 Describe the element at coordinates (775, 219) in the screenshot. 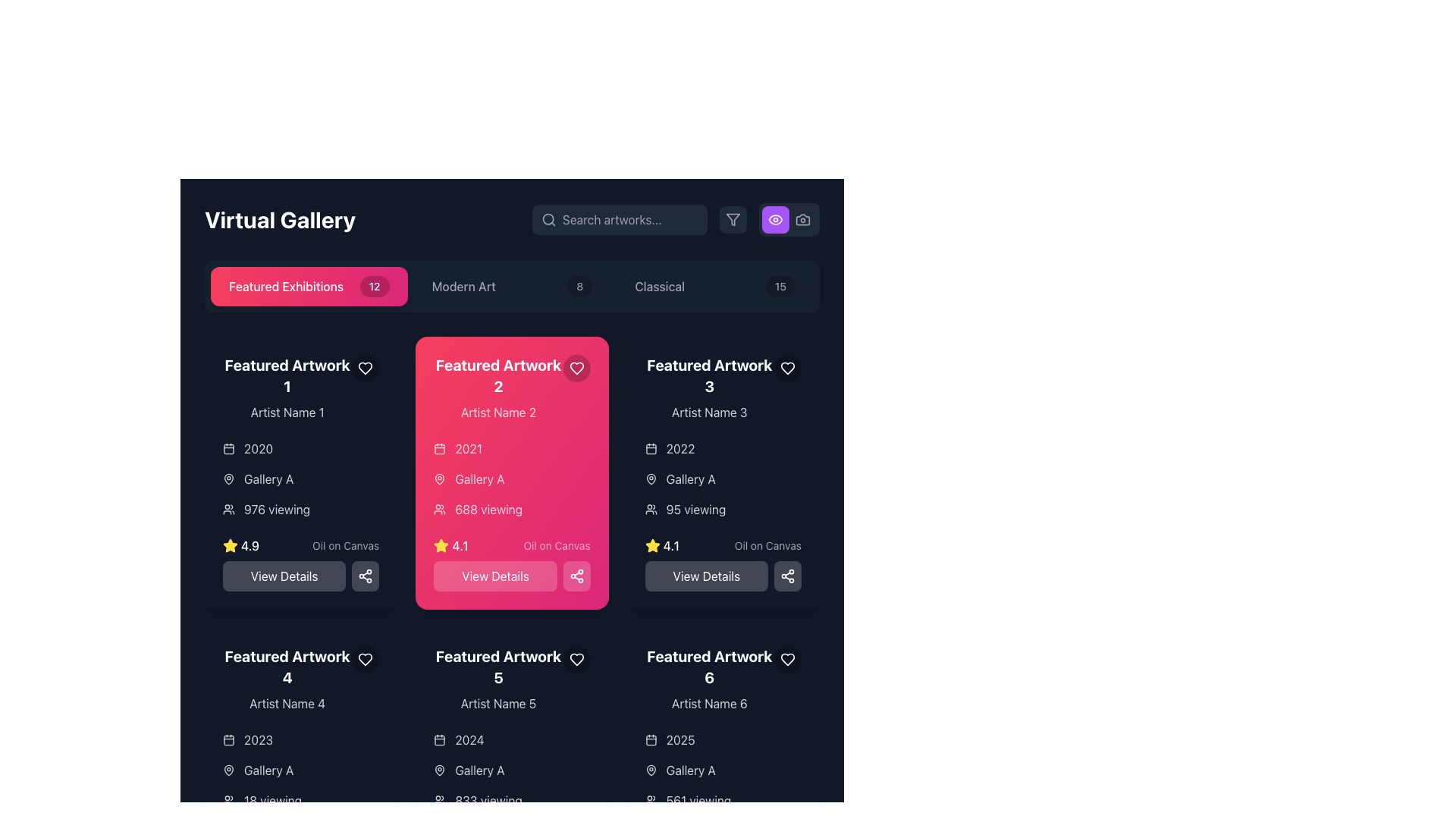

I see `the toggle button located in the top-right corner of the interface` at that location.